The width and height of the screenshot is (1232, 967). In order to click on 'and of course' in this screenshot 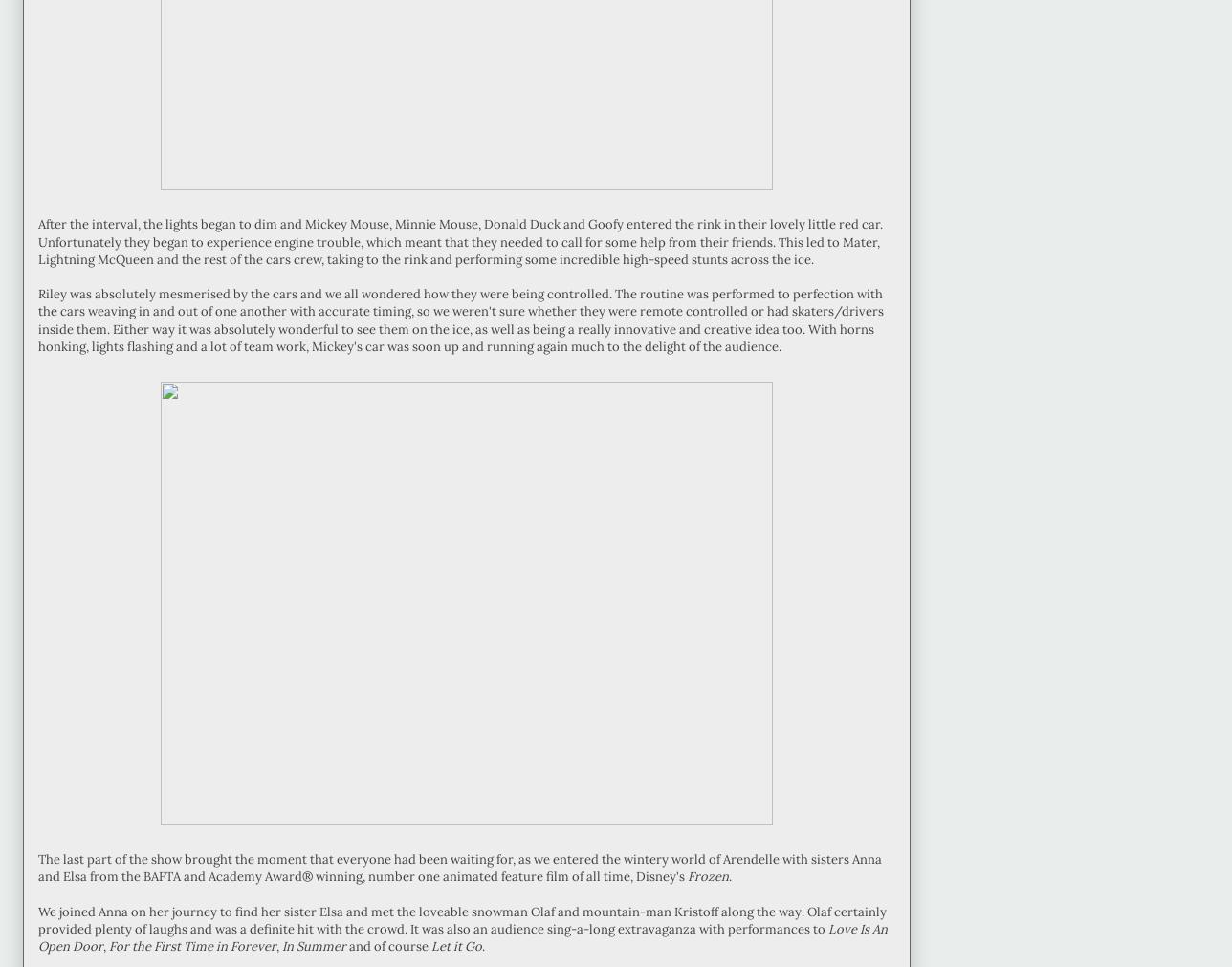, I will do `click(388, 946)`.